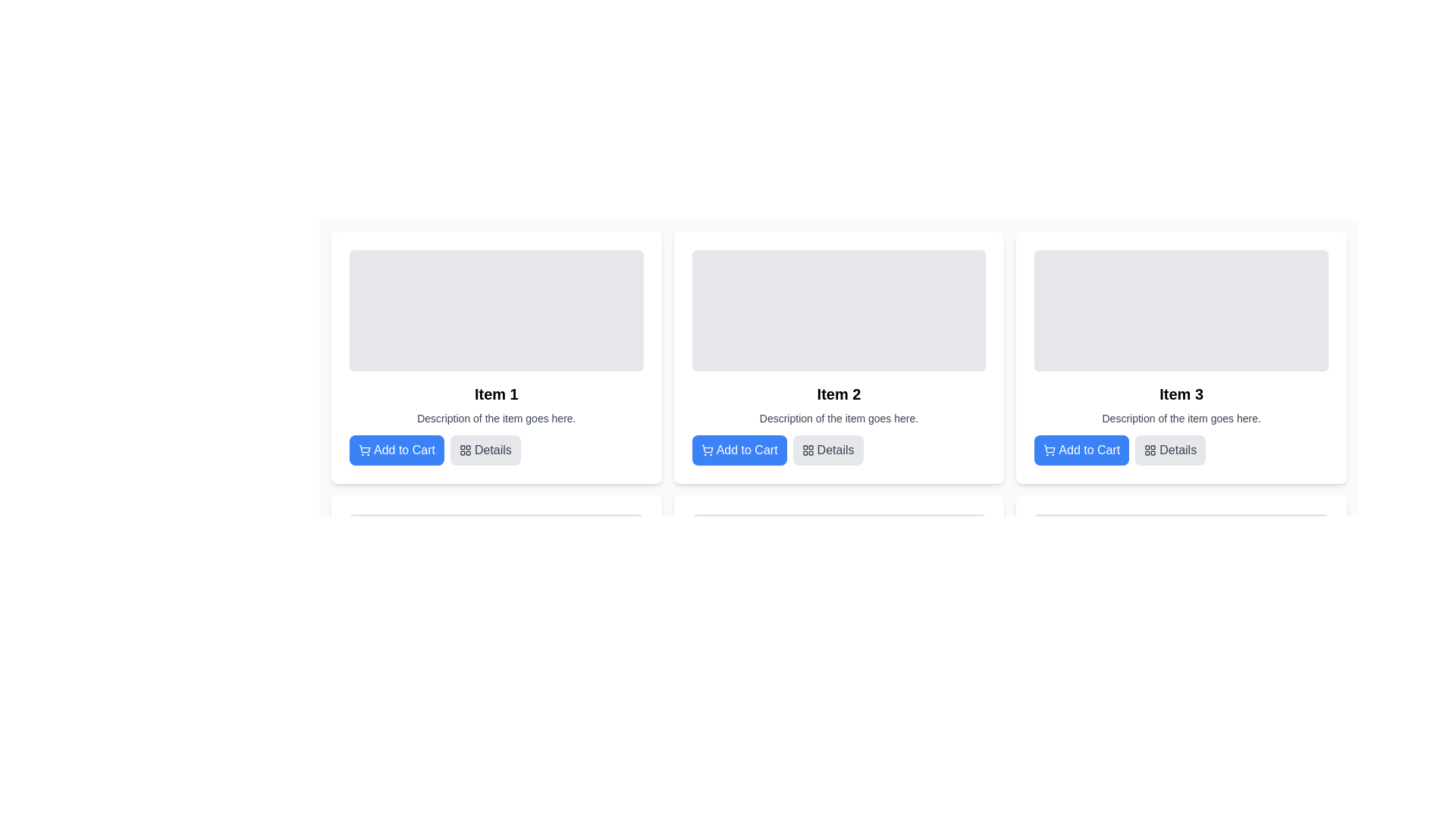 The height and width of the screenshot is (819, 1456). What do you see at coordinates (485, 450) in the screenshot?
I see `the 'Details' button, which has a gray background and is located to the right of the 'Add to Cart' button for 'Item 1'` at bounding box center [485, 450].